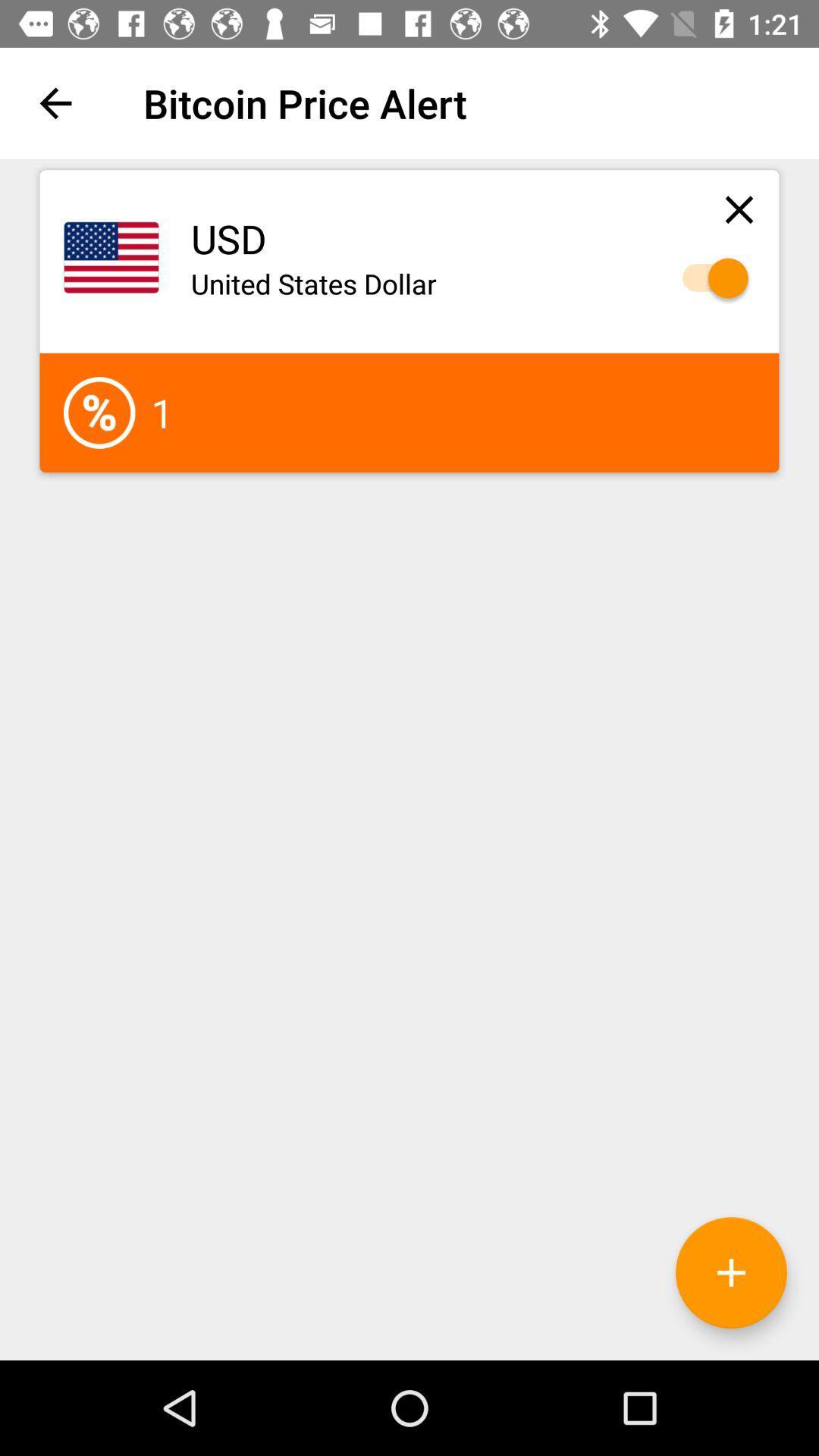 Image resolution: width=819 pixels, height=1456 pixels. Describe the element at coordinates (55, 102) in the screenshot. I see `icon next to the bitcoin price alert` at that location.